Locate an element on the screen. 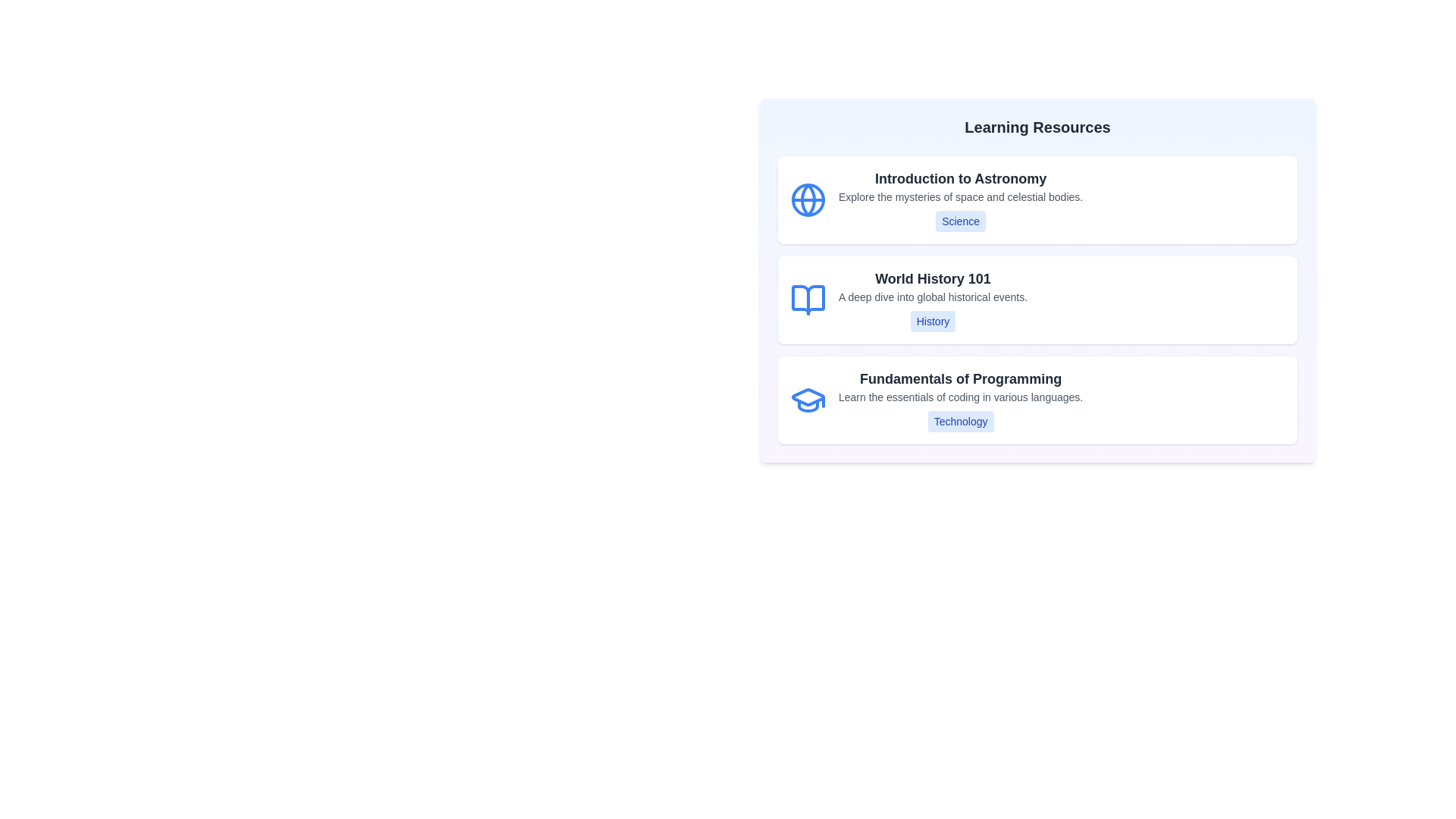 This screenshot has width=1456, height=819. the background of the Learning Resources component to trigger visual feedback is located at coordinates (1037, 281).